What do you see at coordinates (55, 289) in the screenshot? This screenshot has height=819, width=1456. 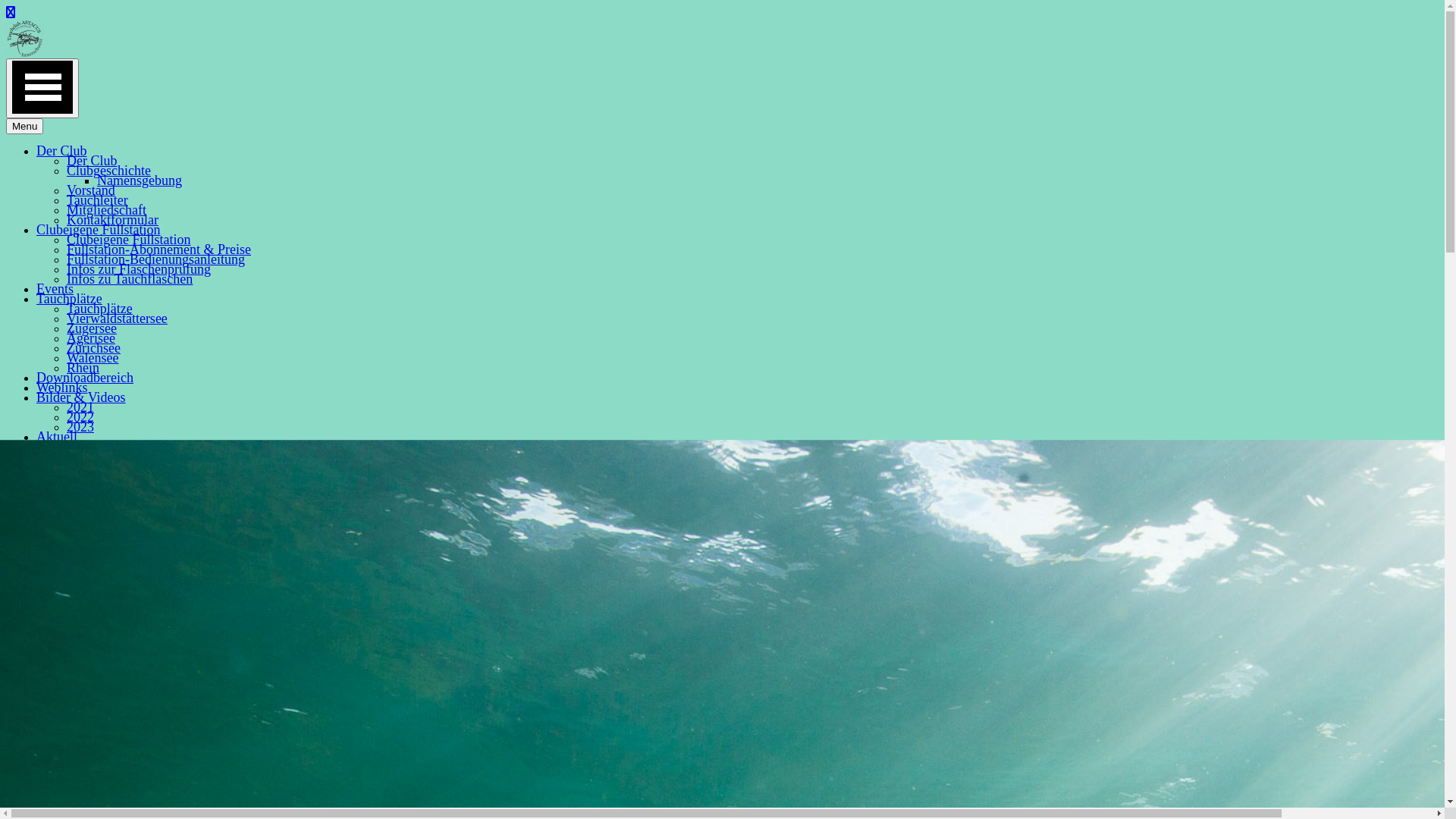 I see `'Events'` at bounding box center [55, 289].